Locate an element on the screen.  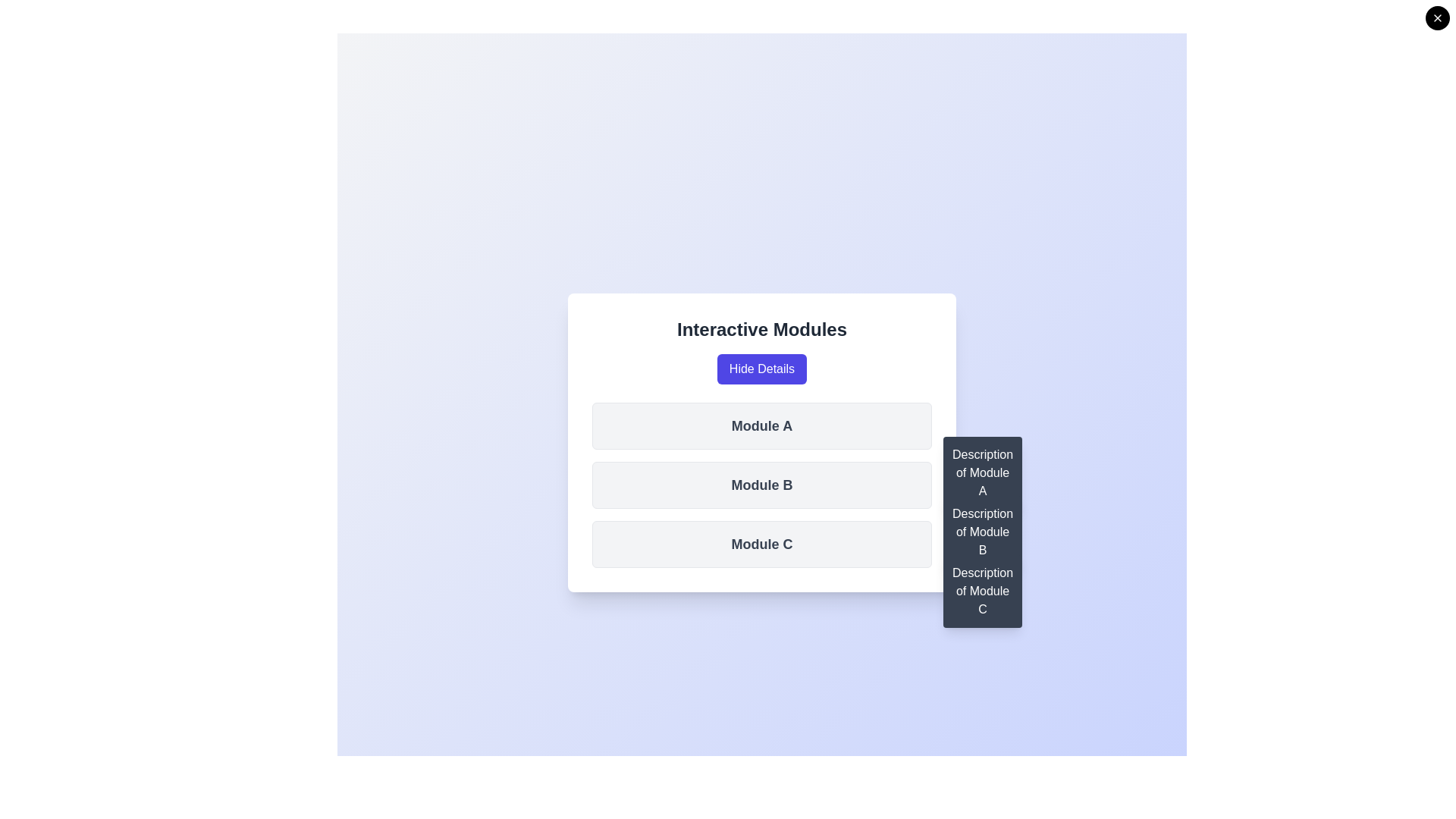
the Tooltip or informational panel displaying 'Description of Module A', which is a rectangular panel with rounded corners and a dark gray background, positioned to the right of the 'Module A' section is located at coordinates (983, 472).